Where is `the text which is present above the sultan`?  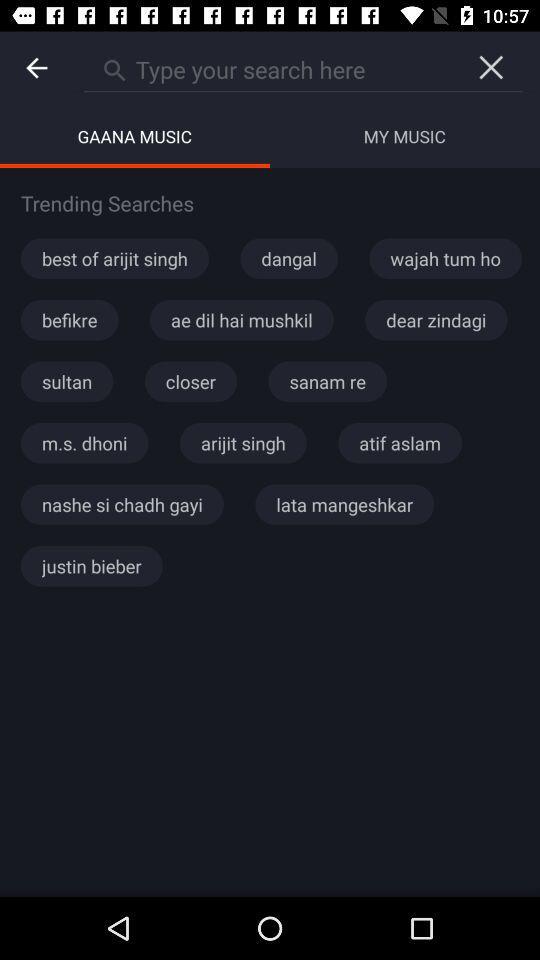 the text which is present above the sultan is located at coordinates (68, 320).